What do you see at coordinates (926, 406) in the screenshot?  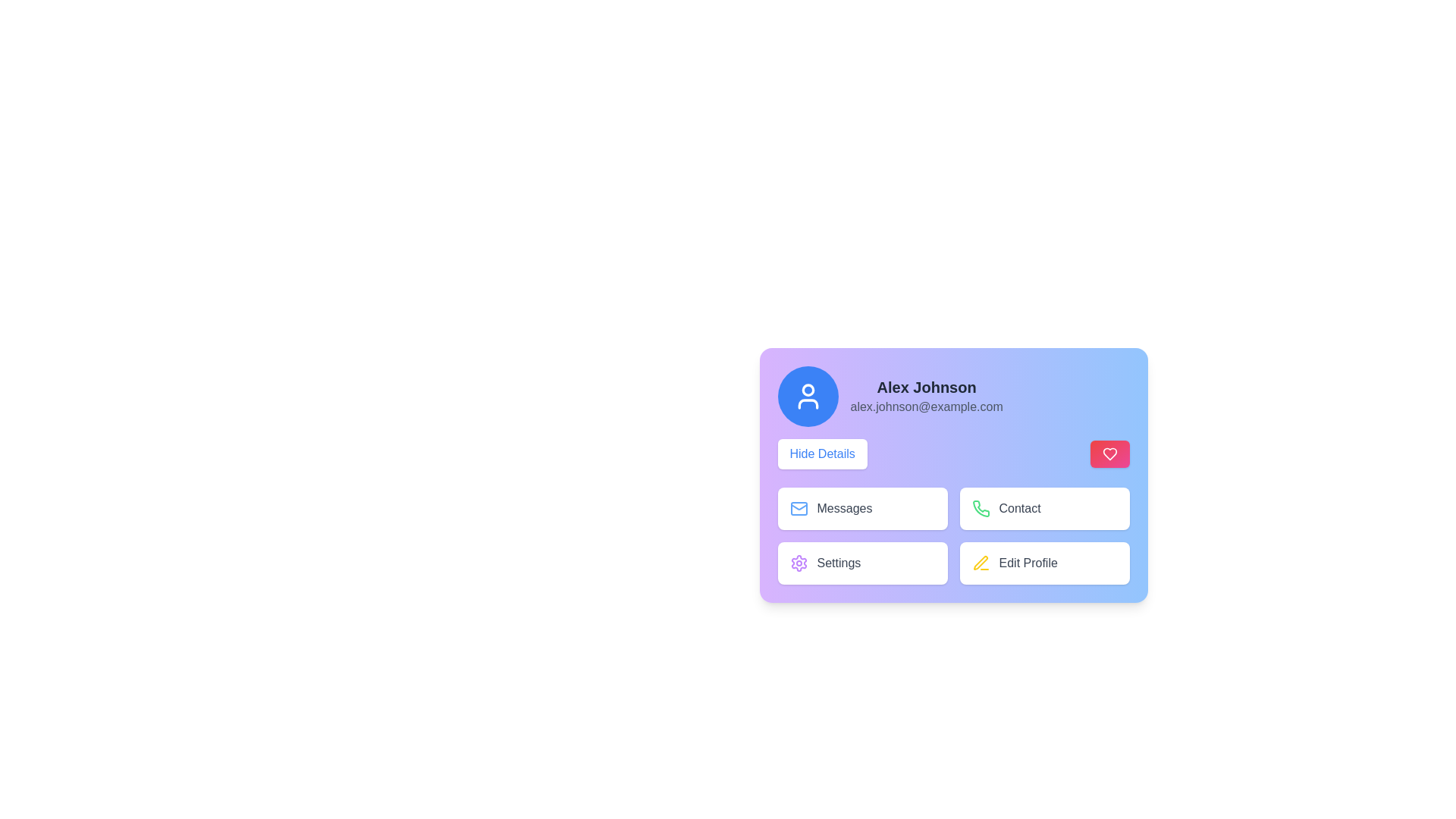 I see `the static text element displaying the email address associated with user 'Alex Johnson', located beneath the text 'Alex Johnson' in the upper left part of the card interface` at bounding box center [926, 406].